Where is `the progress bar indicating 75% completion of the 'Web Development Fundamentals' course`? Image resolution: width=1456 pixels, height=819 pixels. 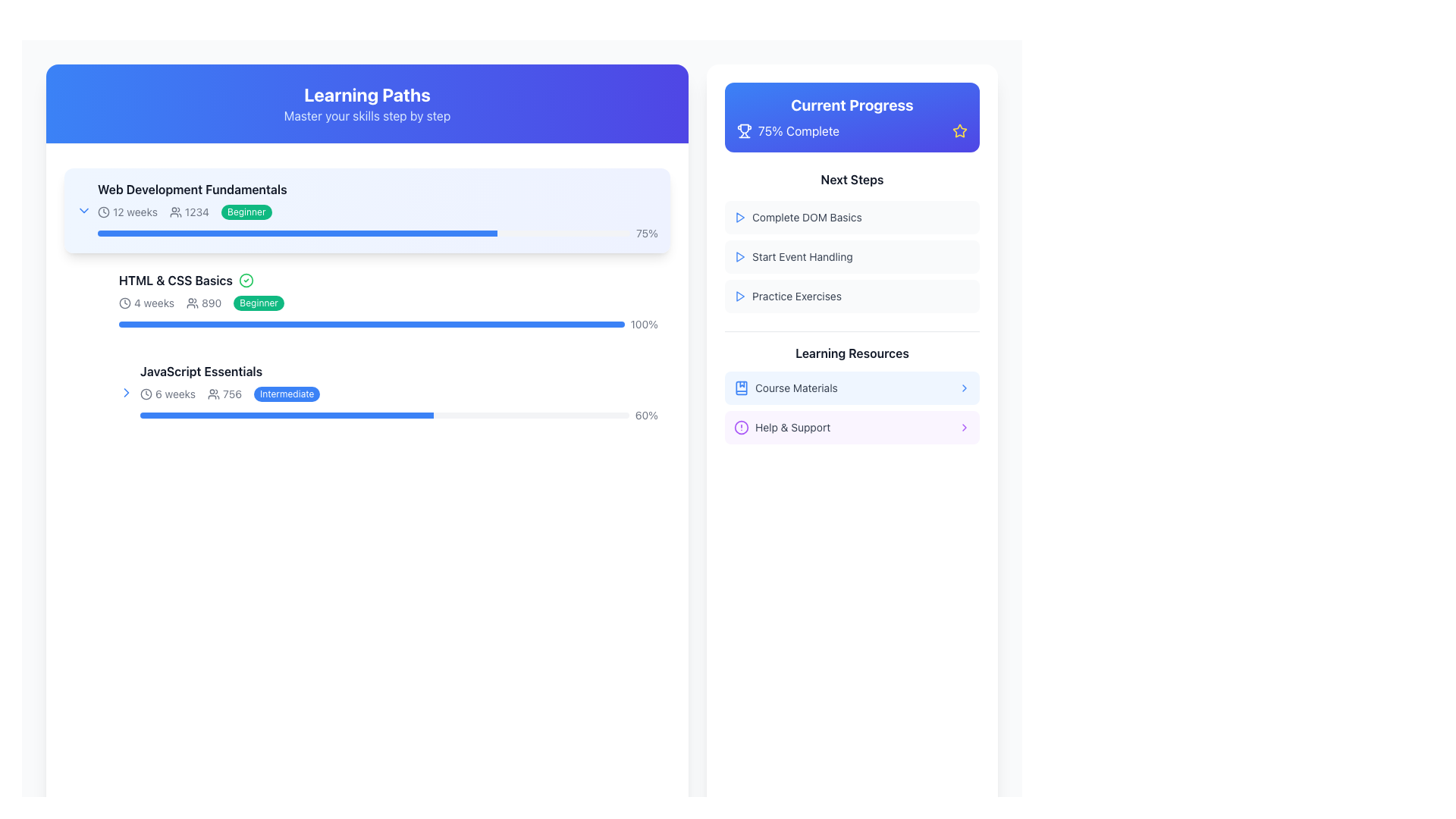
the progress bar indicating 75% completion of the 'Web Development Fundamentals' course is located at coordinates (364, 234).